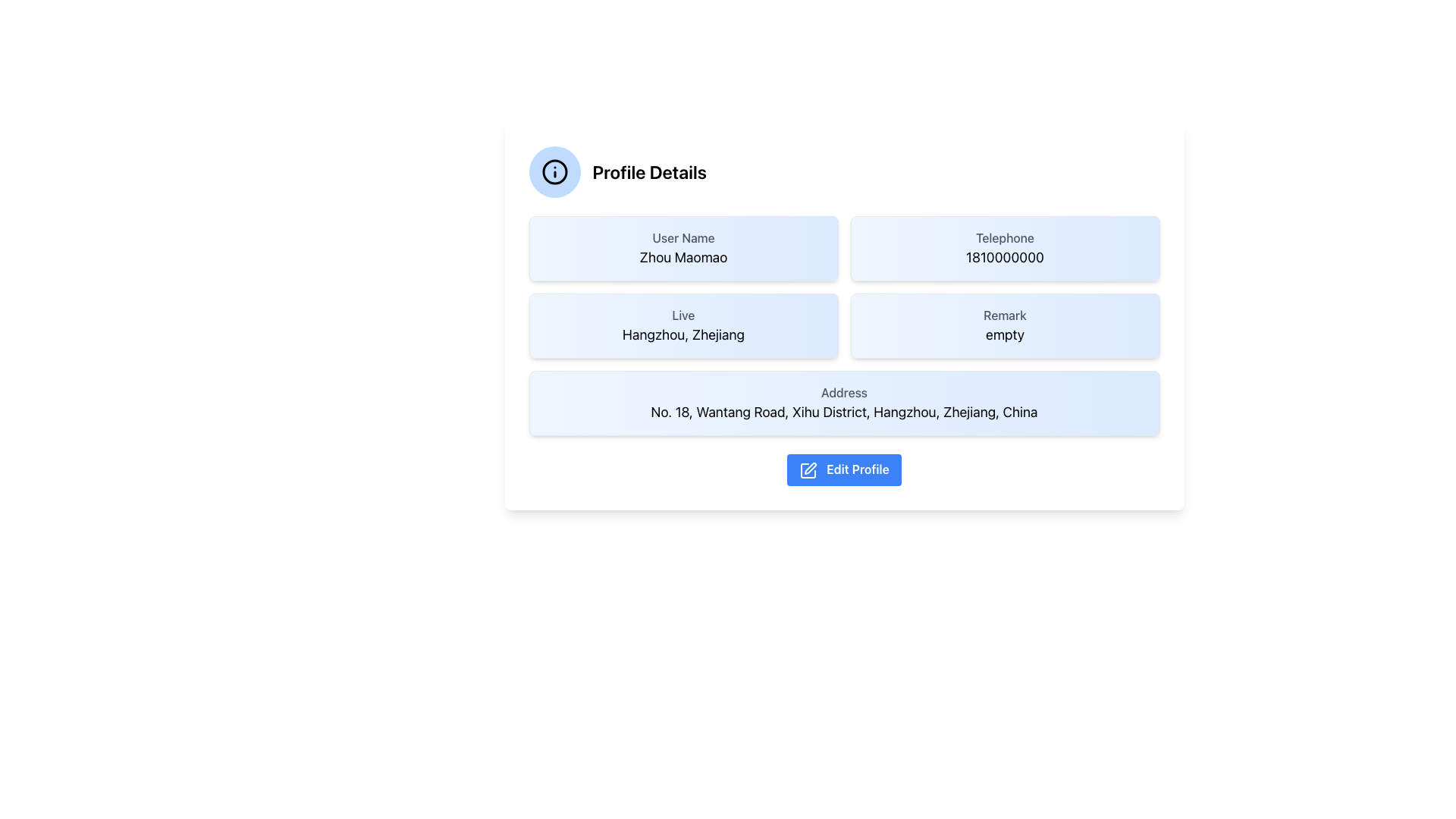 Image resolution: width=1456 pixels, height=819 pixels. What do you see at coordinates (649, 171) in the screenshot?
I see `the 'Profile Details' text label, which is styled in bold and black, located at the top-left section of the content area, to the right of an icon within a blue circular background` at bounding box center [649, 171].